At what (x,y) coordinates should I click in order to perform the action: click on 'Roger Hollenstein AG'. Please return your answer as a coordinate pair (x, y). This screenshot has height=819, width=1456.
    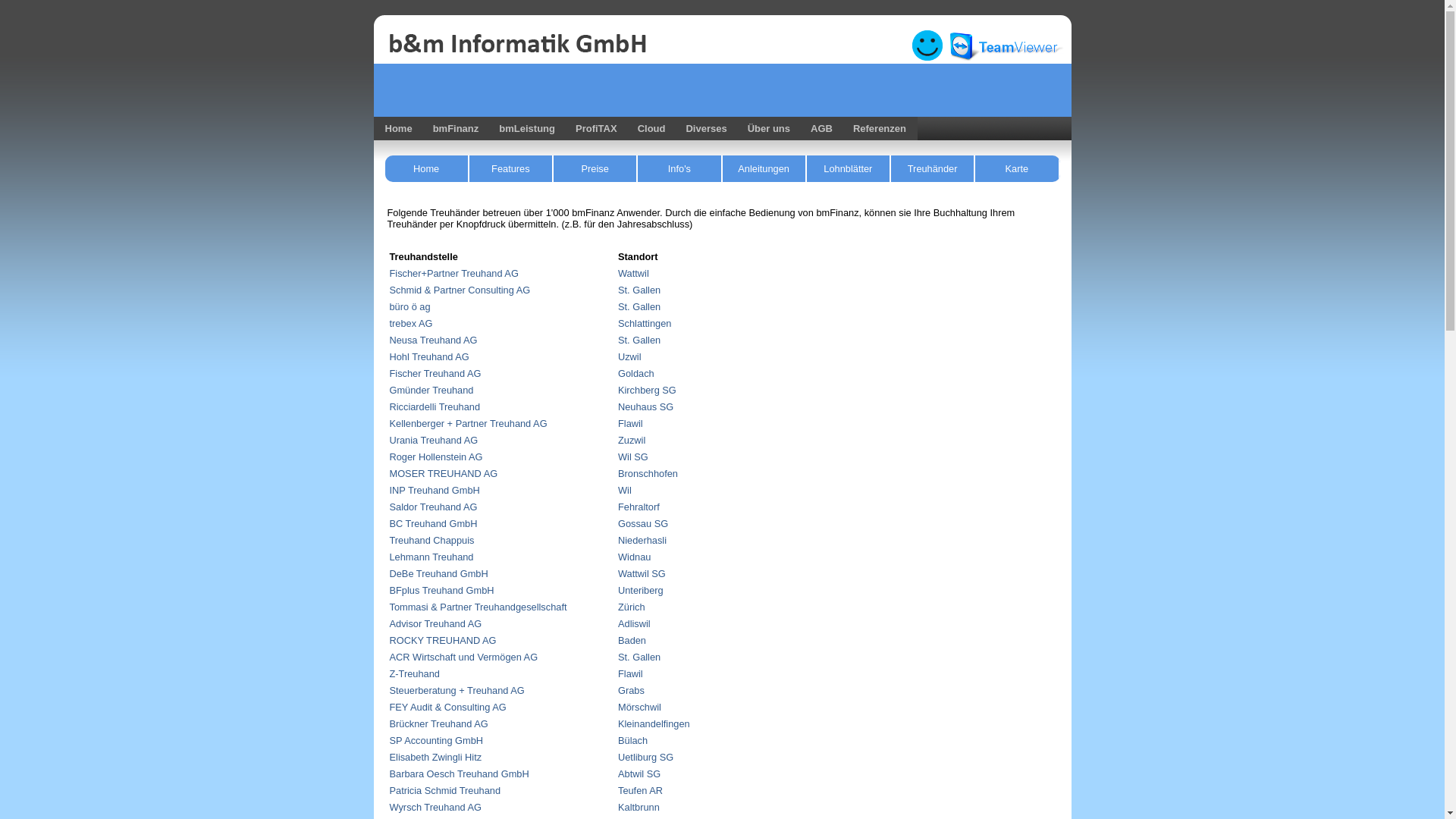
    Looking at the image, I should click on (435, 456).